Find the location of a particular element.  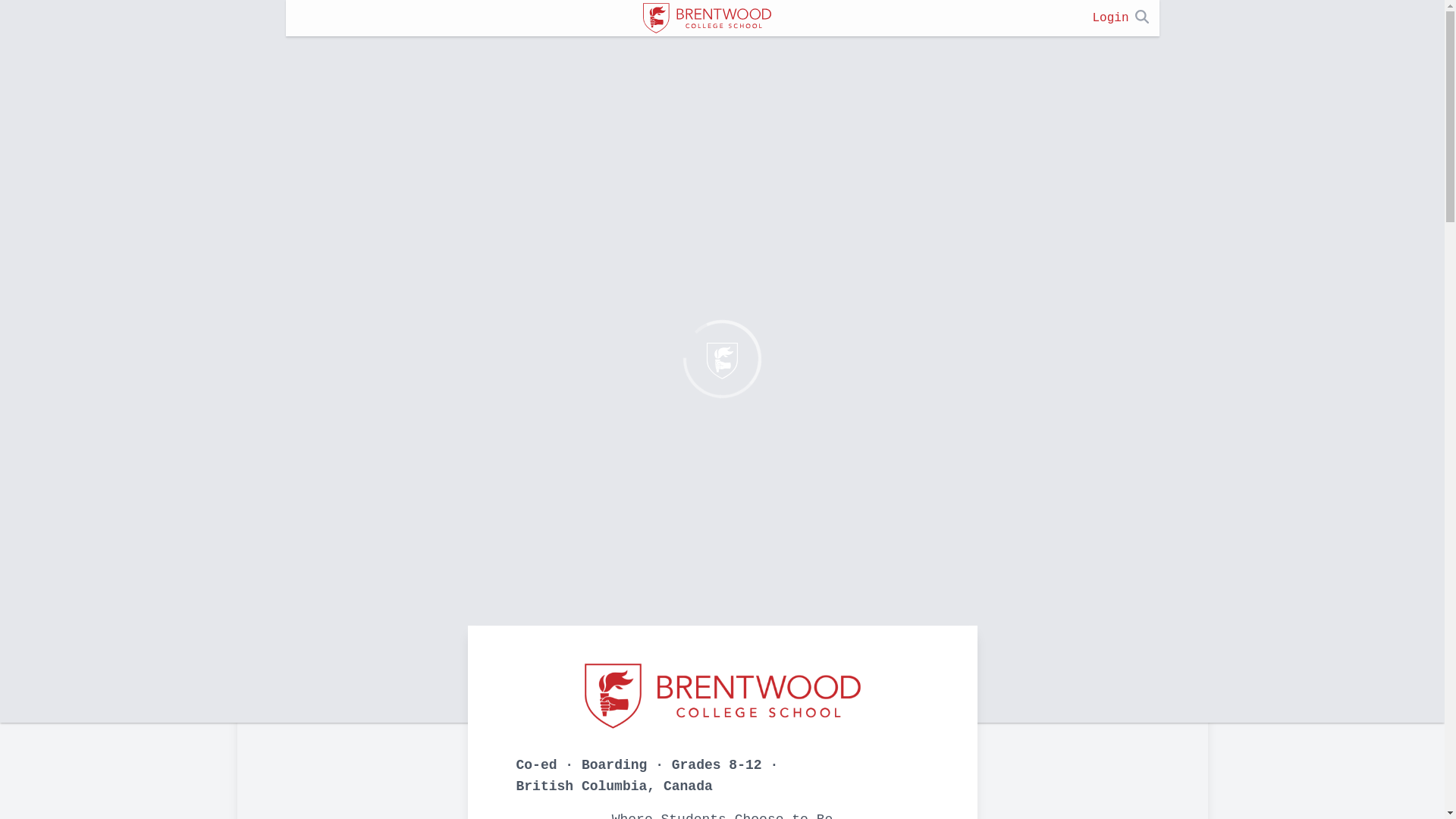

'Login' is located at coordinates (1110, 17).